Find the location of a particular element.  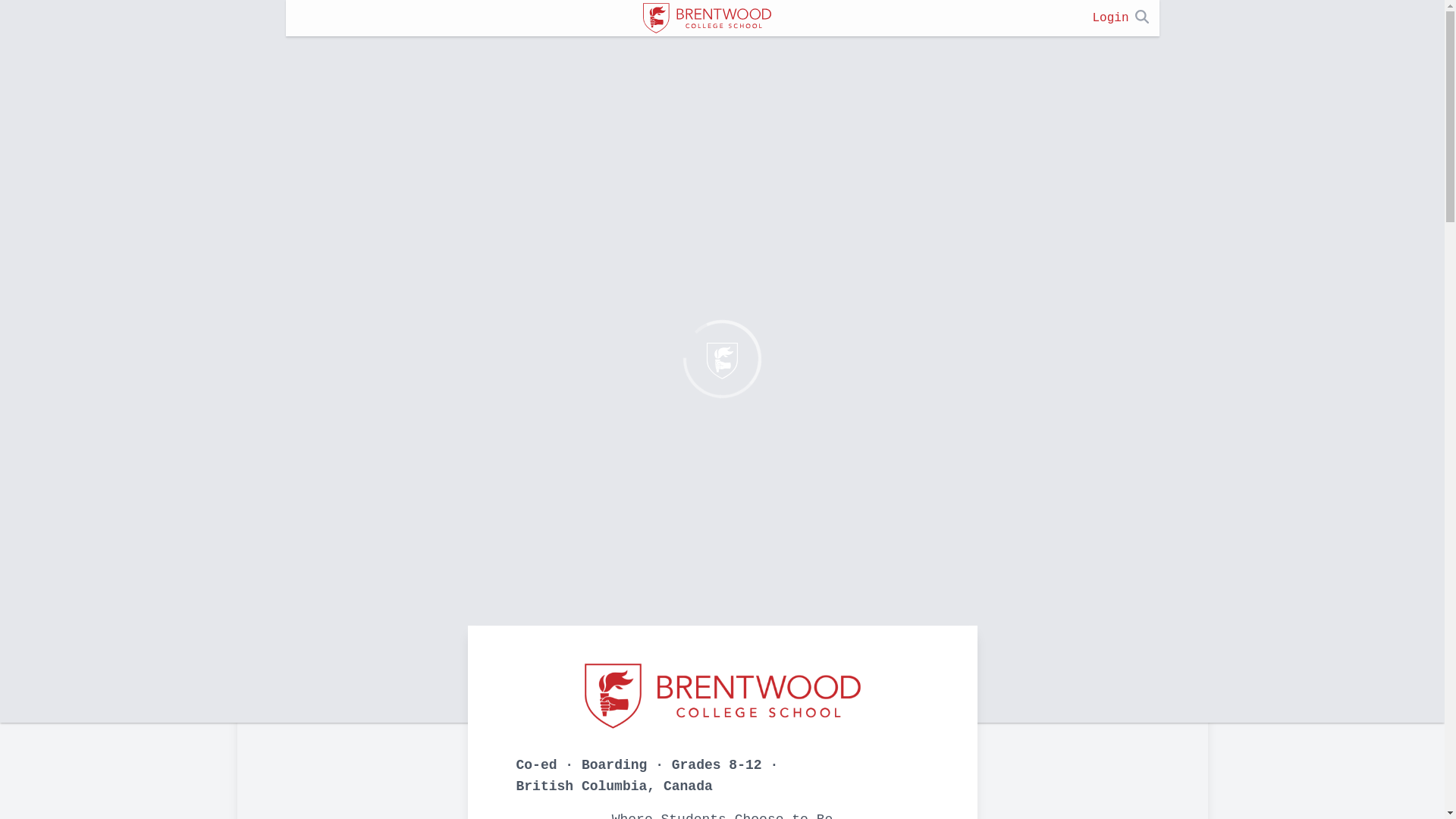

'Login' is located at coordinates (1110, 17).